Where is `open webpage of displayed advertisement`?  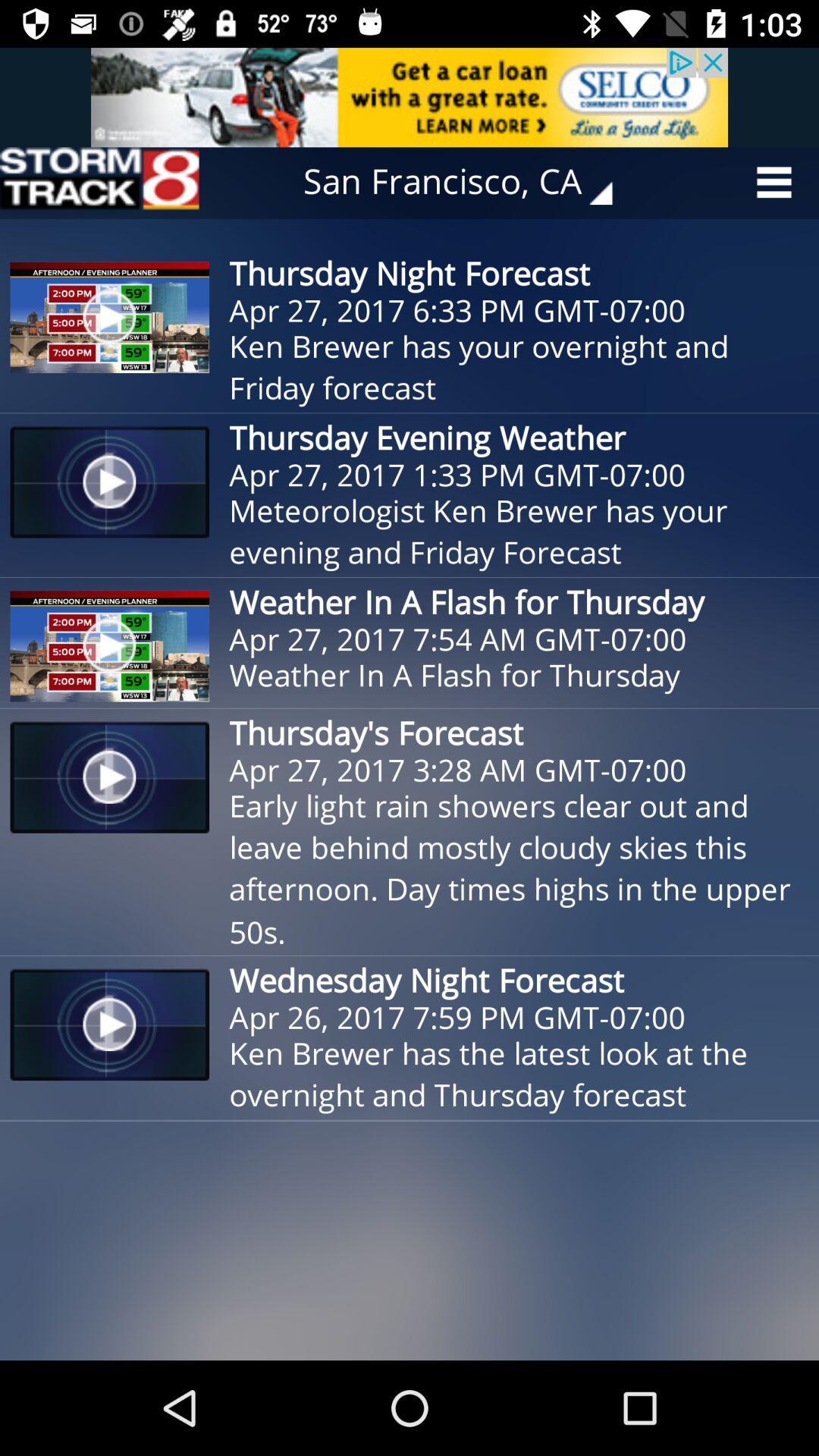
open webpage of displayed advertisement is located at coordinates (409, 96).